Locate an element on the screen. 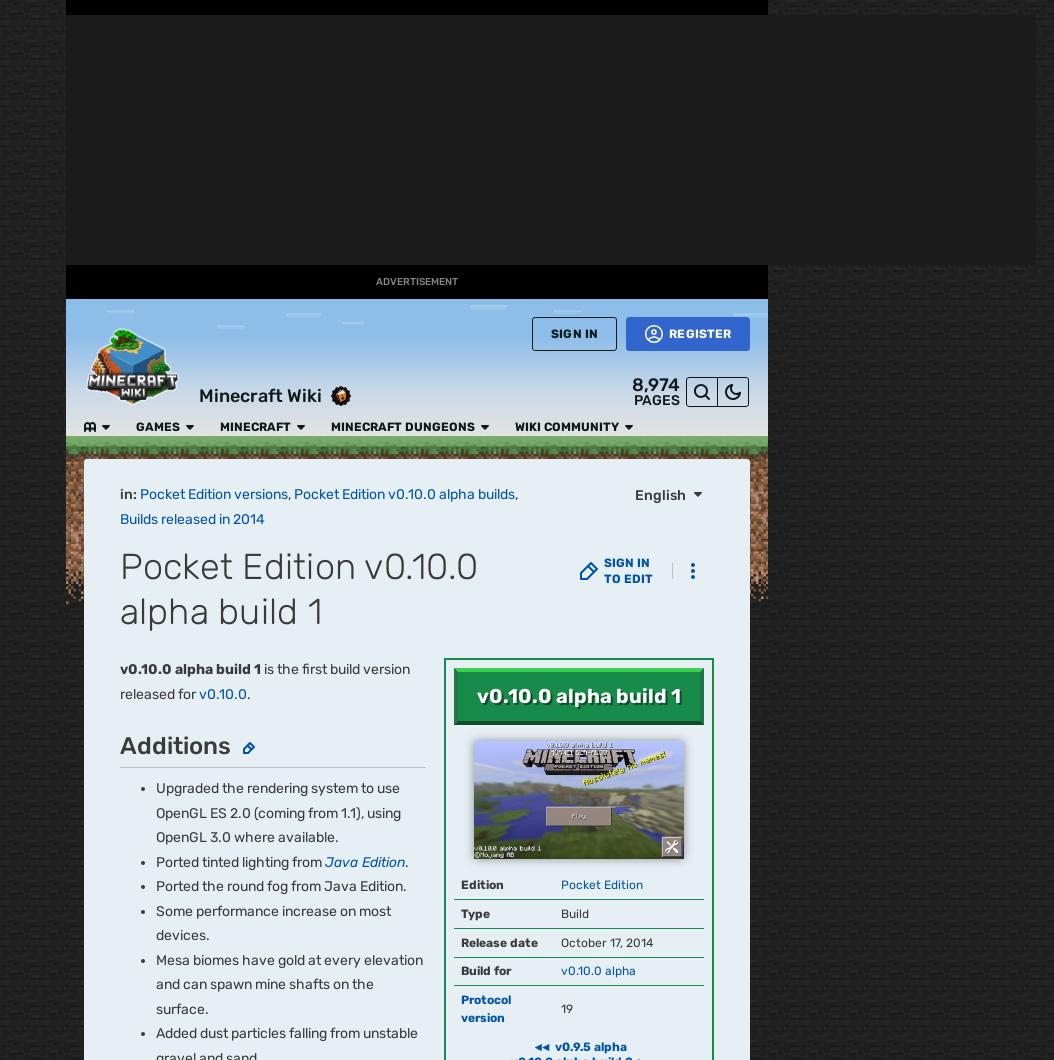 The width and height of the screenshot is (1054, 1060). 'Fan Central' is located at coordinates (32, 190).